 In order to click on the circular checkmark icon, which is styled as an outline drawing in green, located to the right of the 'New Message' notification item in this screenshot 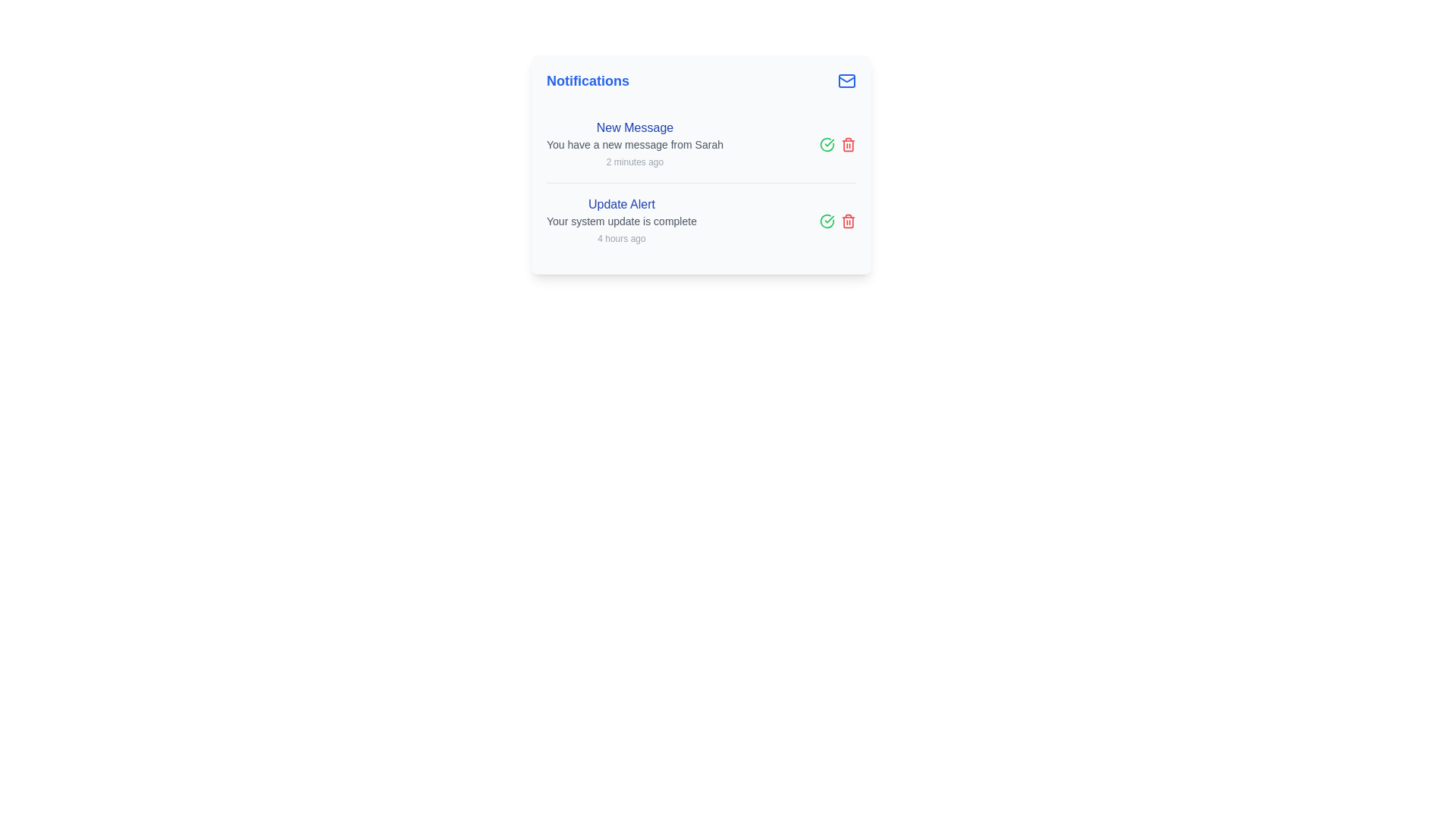, I will do `click(826, 221)`.